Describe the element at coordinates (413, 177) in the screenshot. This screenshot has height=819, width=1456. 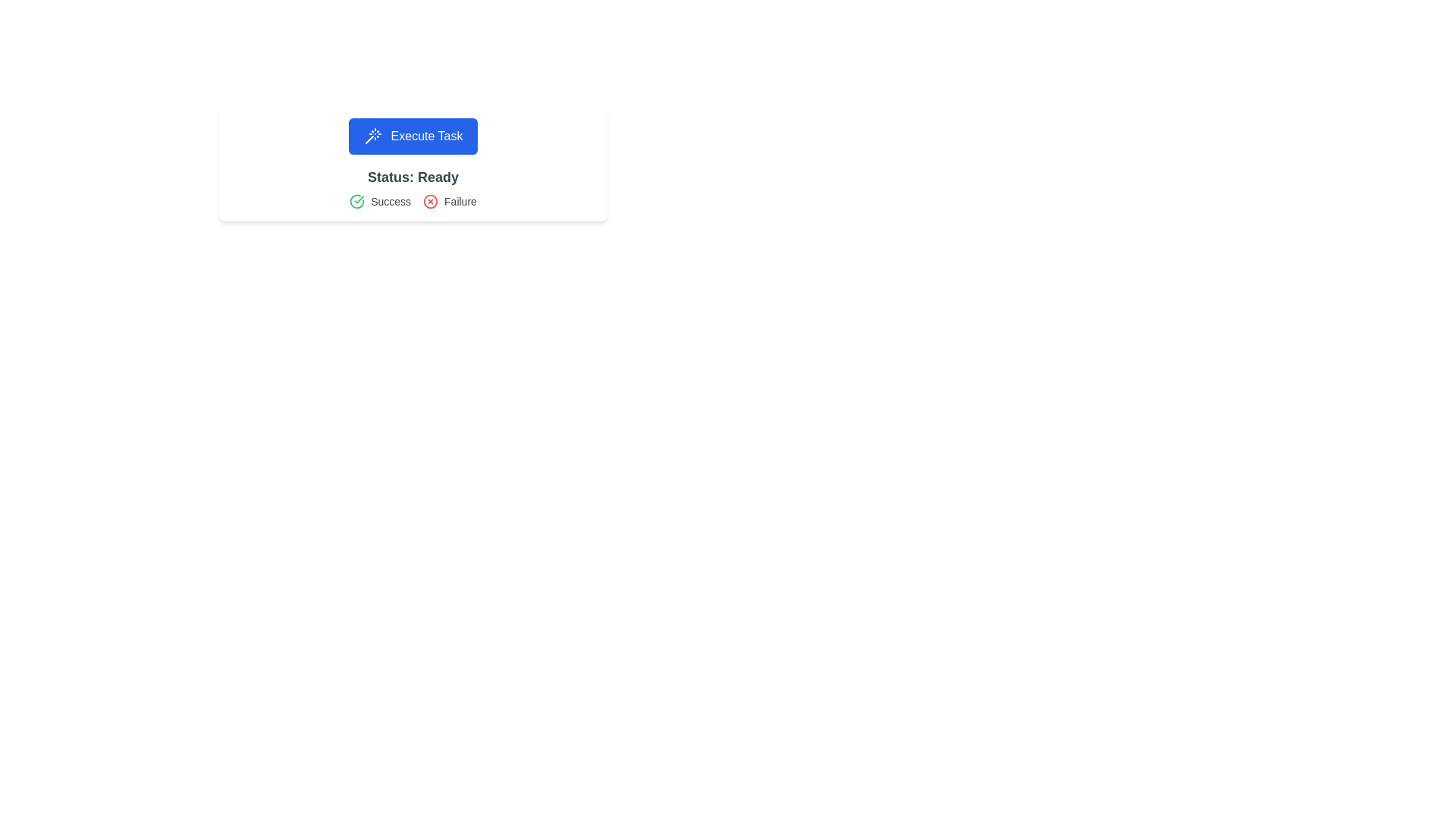
I see `the 'Status: Ready' text label, which is centrally located below the 'Execute Task' button and above the 'Success' and 'Failure' indicators` at that location.